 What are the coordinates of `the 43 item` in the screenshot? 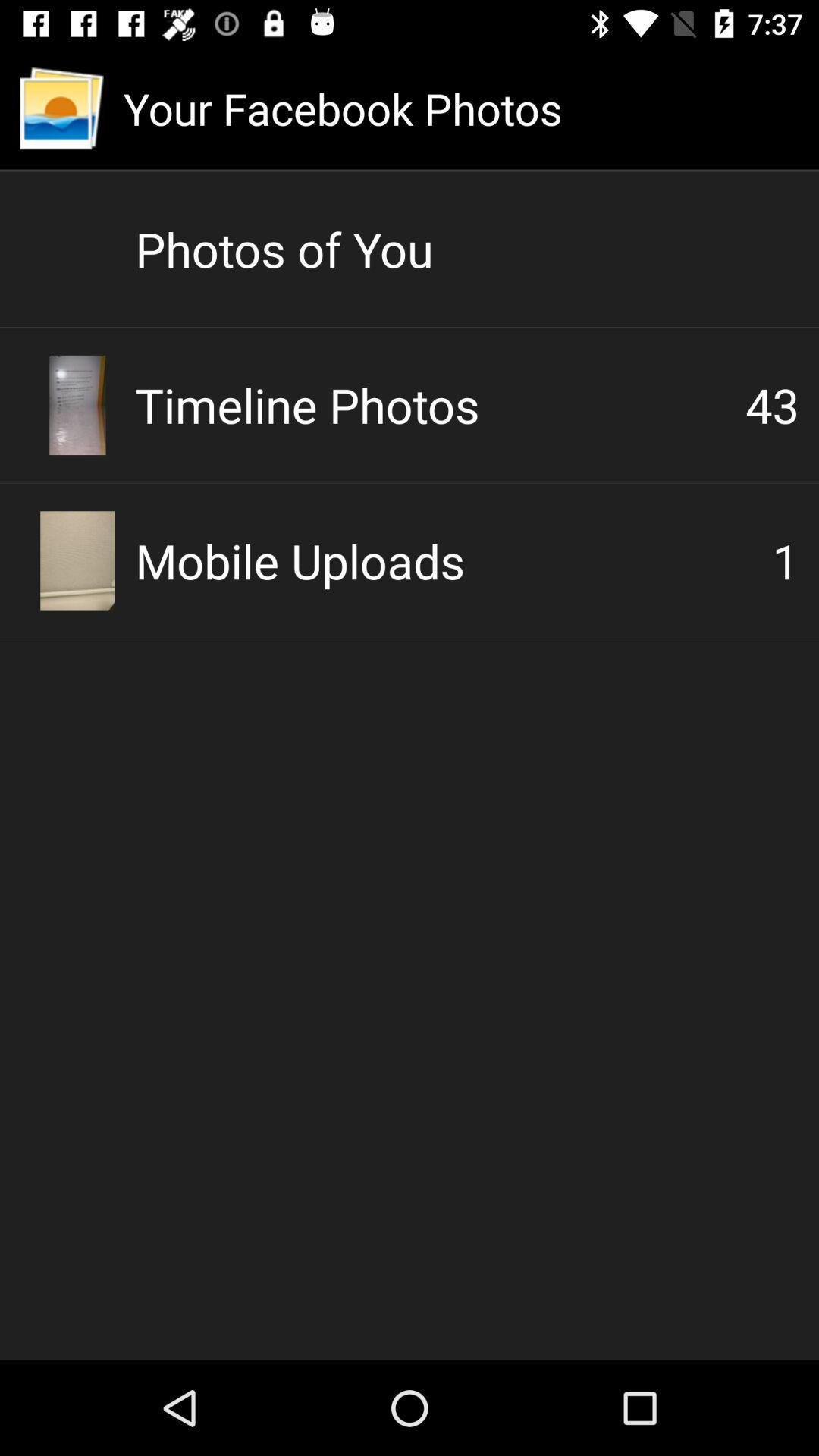 It's located at (772, 404).